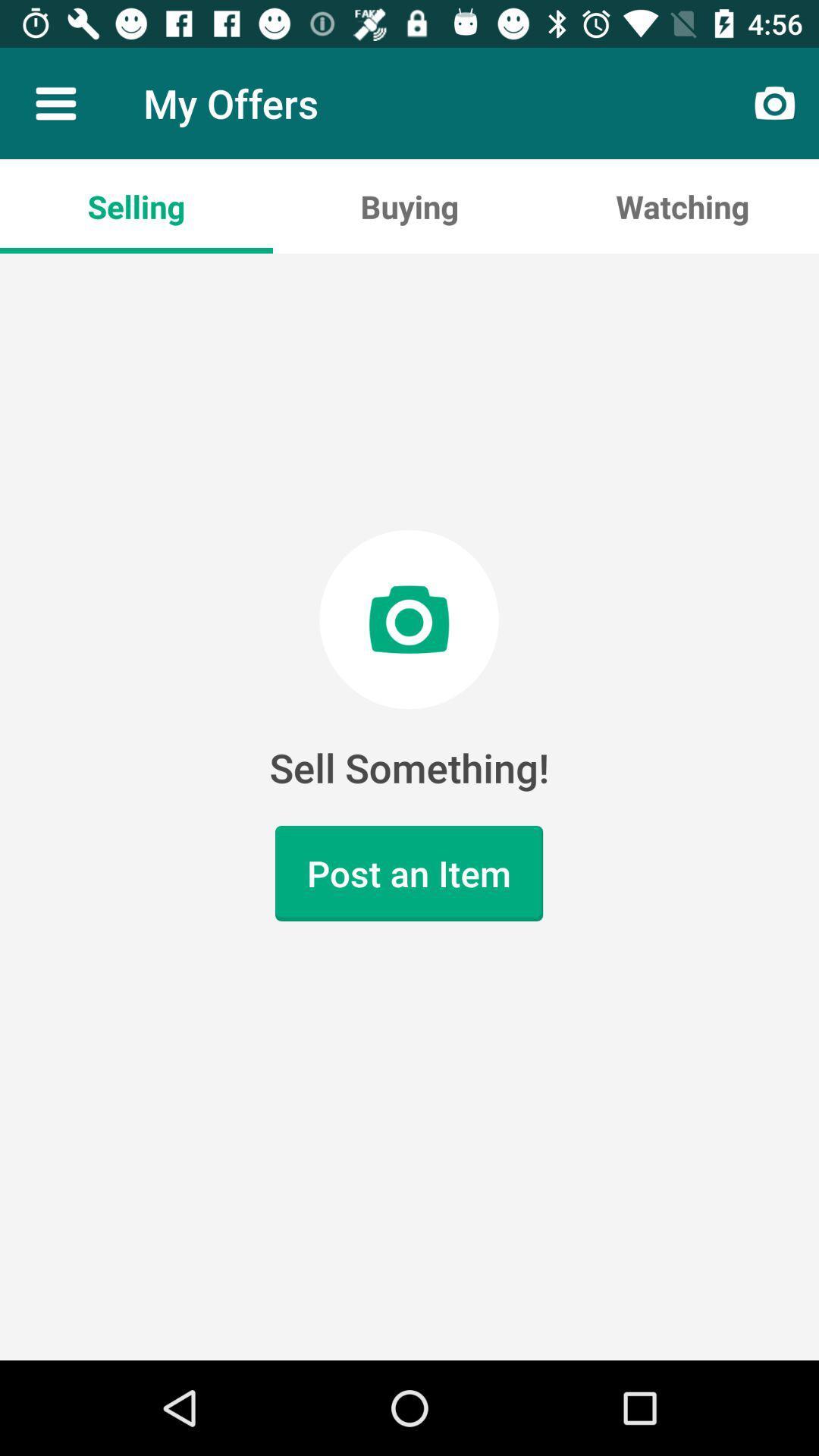 The width and height of the screenshot is (819, 1456). What do you see at coordinates (136, 206) in the screenshot?
I see `selling item` at bounding box center [136, 206].